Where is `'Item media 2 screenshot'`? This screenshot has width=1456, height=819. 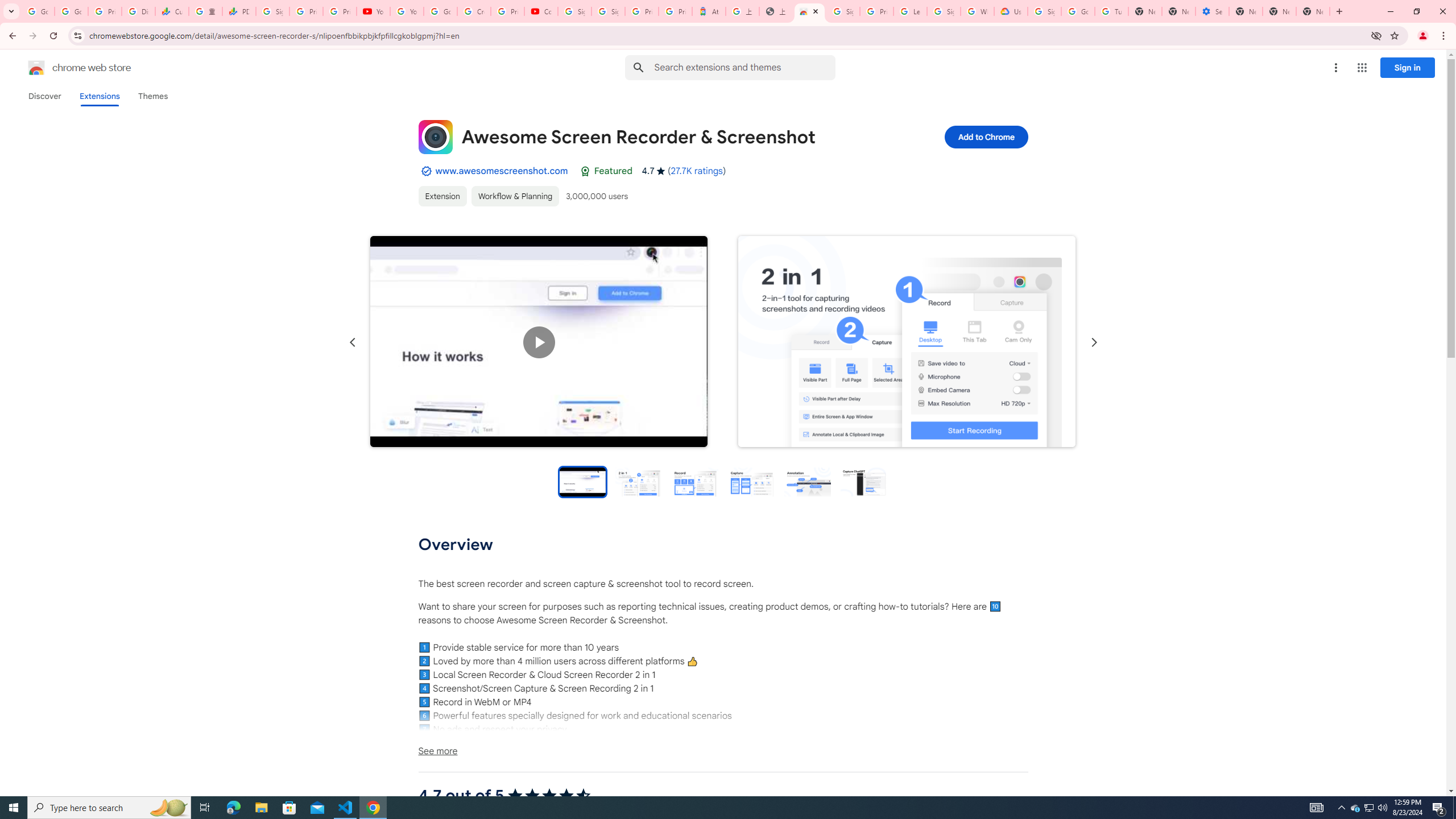
'Item media 2 screenshot' is located at coordinates (906, 342).